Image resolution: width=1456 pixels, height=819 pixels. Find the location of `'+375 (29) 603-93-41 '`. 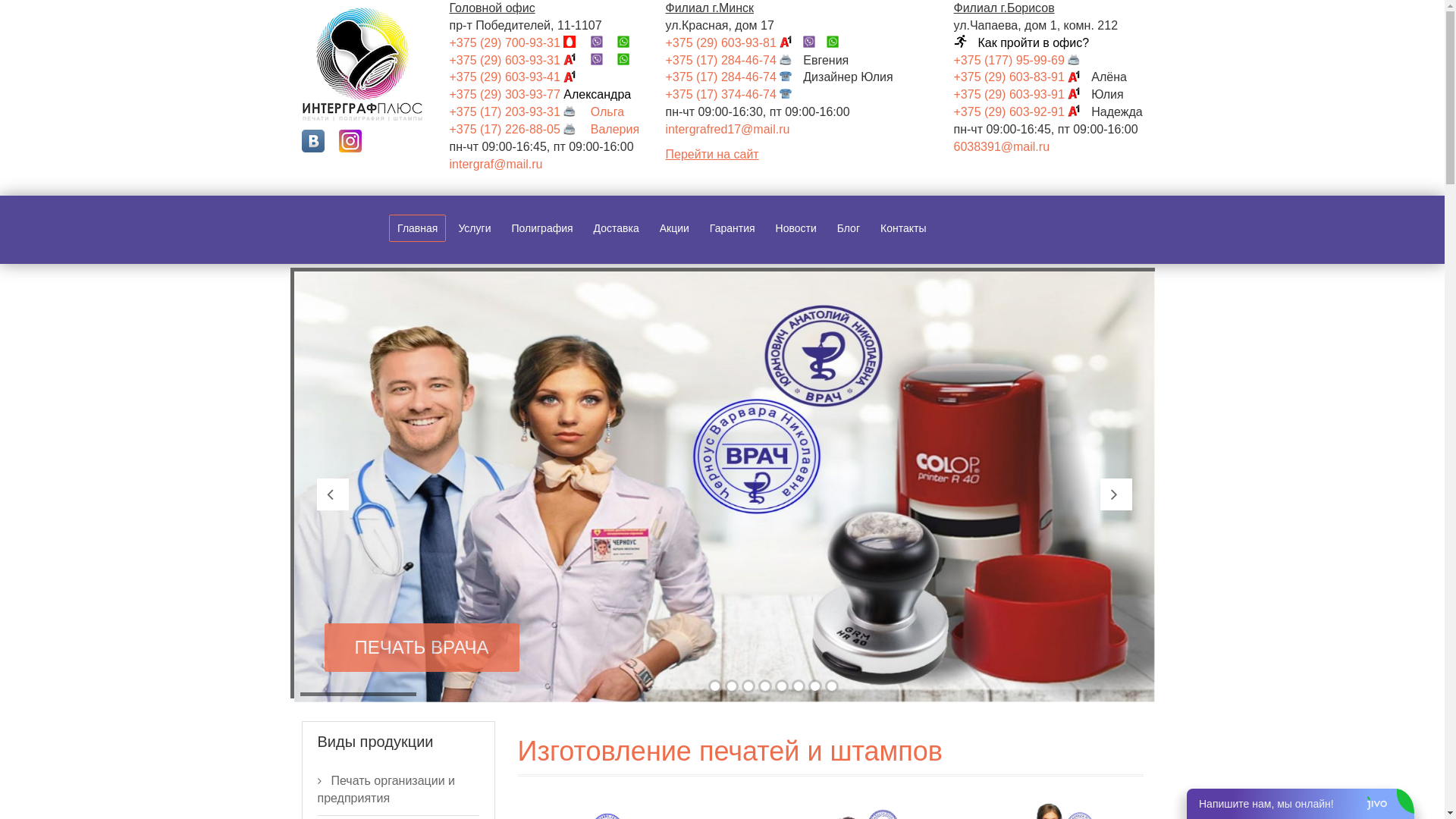

'+375 (29) 603-93-41 ' is located at coordinates (517, 77).